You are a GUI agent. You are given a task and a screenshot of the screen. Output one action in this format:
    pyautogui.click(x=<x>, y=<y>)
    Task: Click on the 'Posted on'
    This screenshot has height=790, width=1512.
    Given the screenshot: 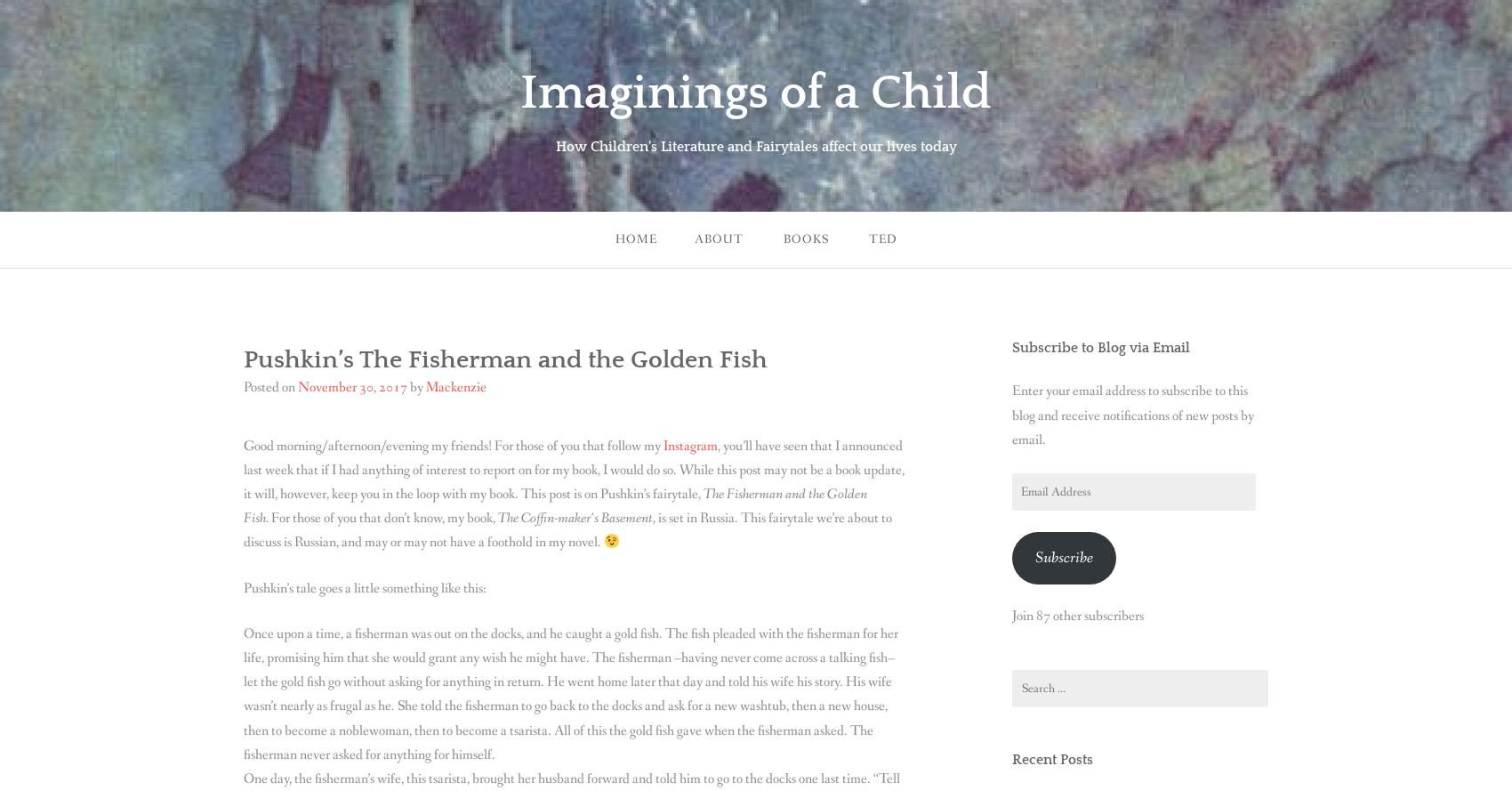 What is the action you would take?
    pyautogui.click(x=270, y=385)
    